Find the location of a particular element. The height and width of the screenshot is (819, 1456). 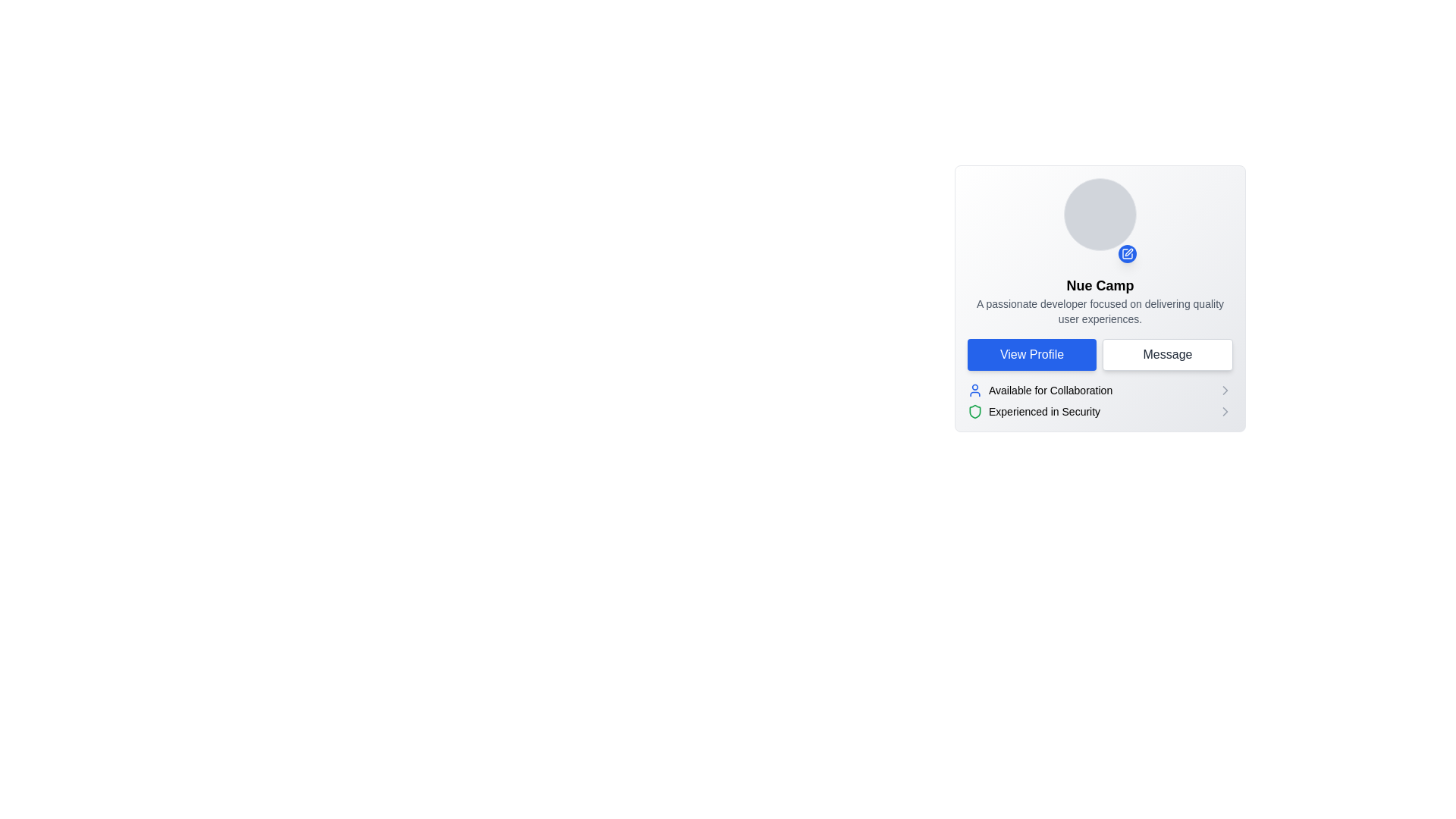

the static text label displaying the profile name located directly beneath the circular profile image in the upper section of the card is located at coordinates (1100, 286).